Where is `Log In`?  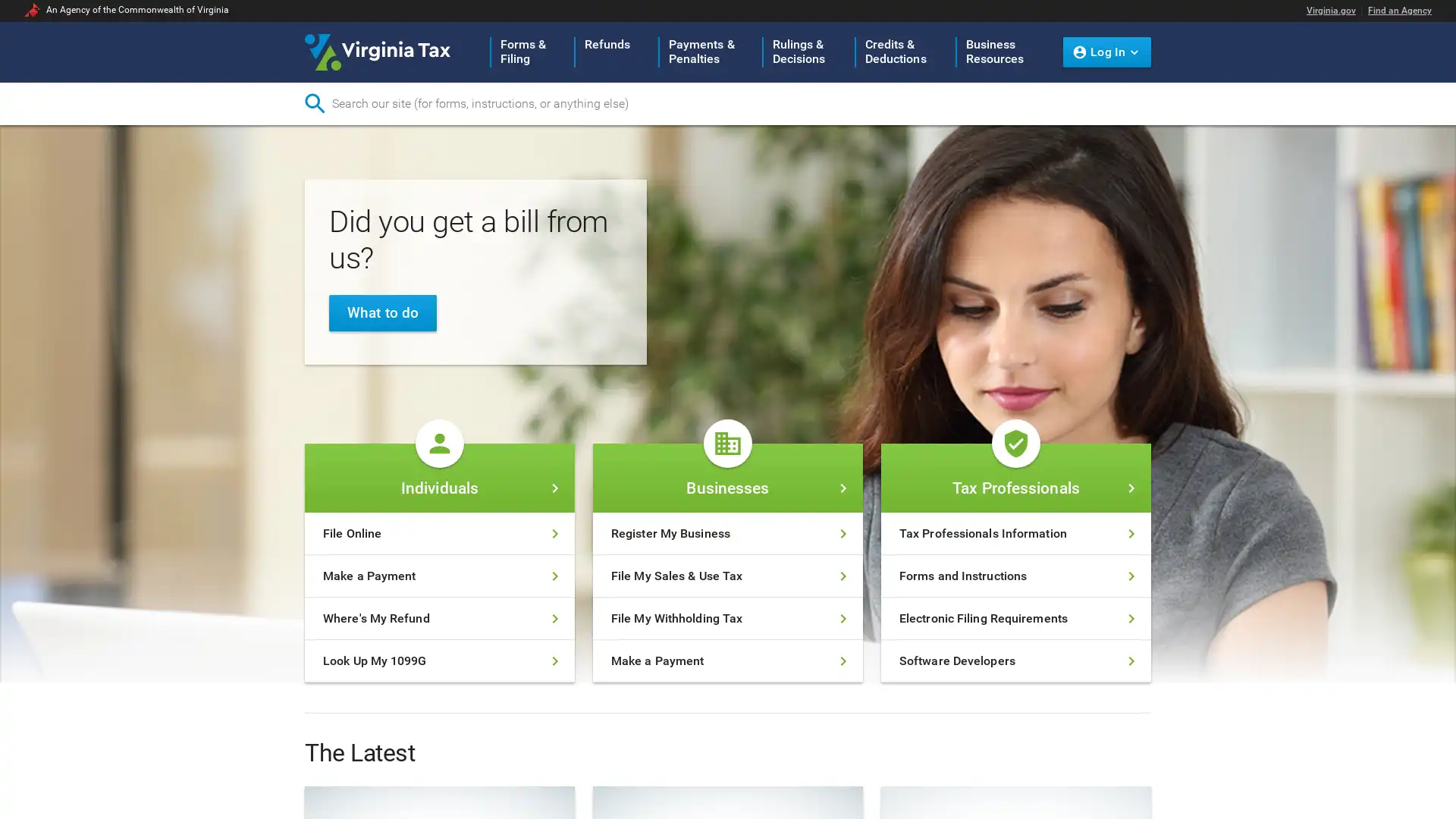
Log In is located at coordinates (1106, 51).